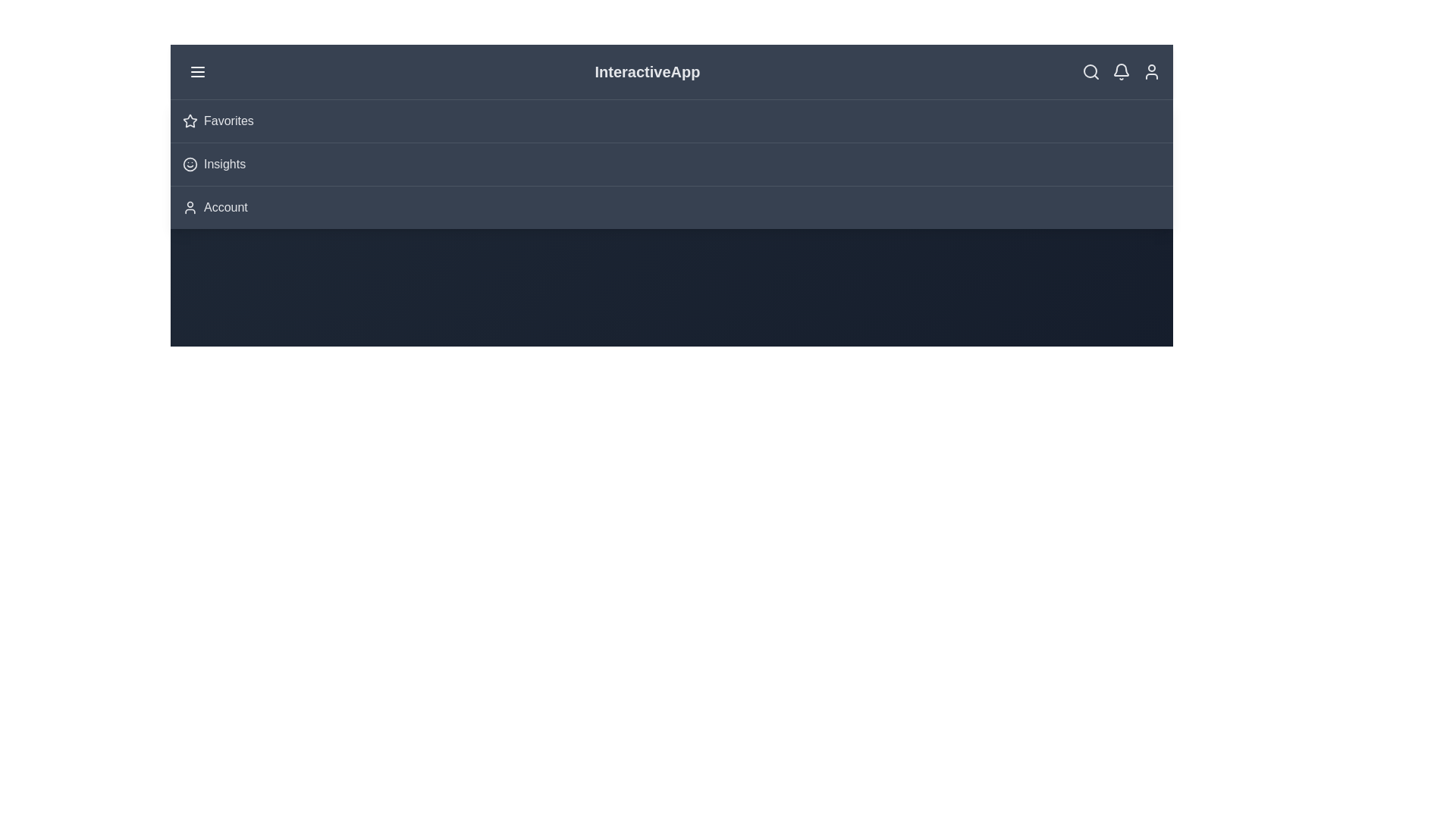 Image resolution: width=1456 pixels, height=819 pixels. What do you see at coordinates (1090, 72) in the screenshot?
I see `the search icon to initiate the search functionality` at bounding box center [1090, 72].